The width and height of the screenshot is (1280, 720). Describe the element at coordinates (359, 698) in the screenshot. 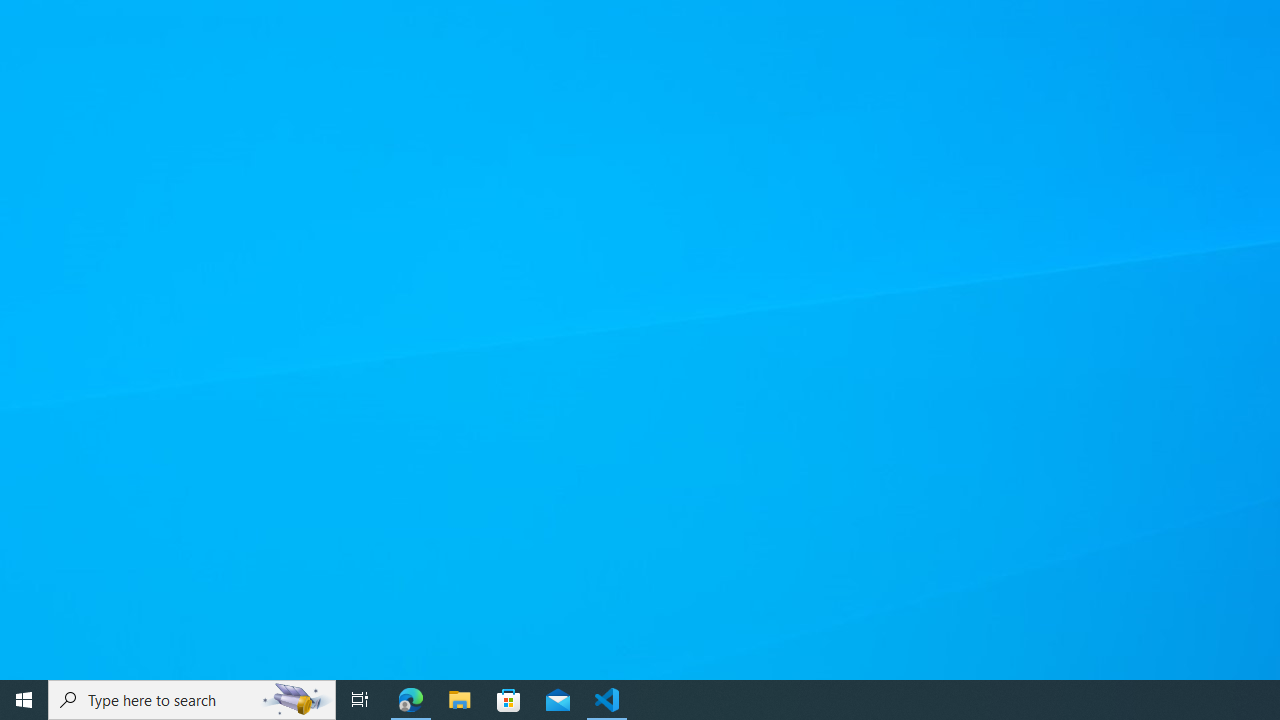

I see `'Task View'` at that location.